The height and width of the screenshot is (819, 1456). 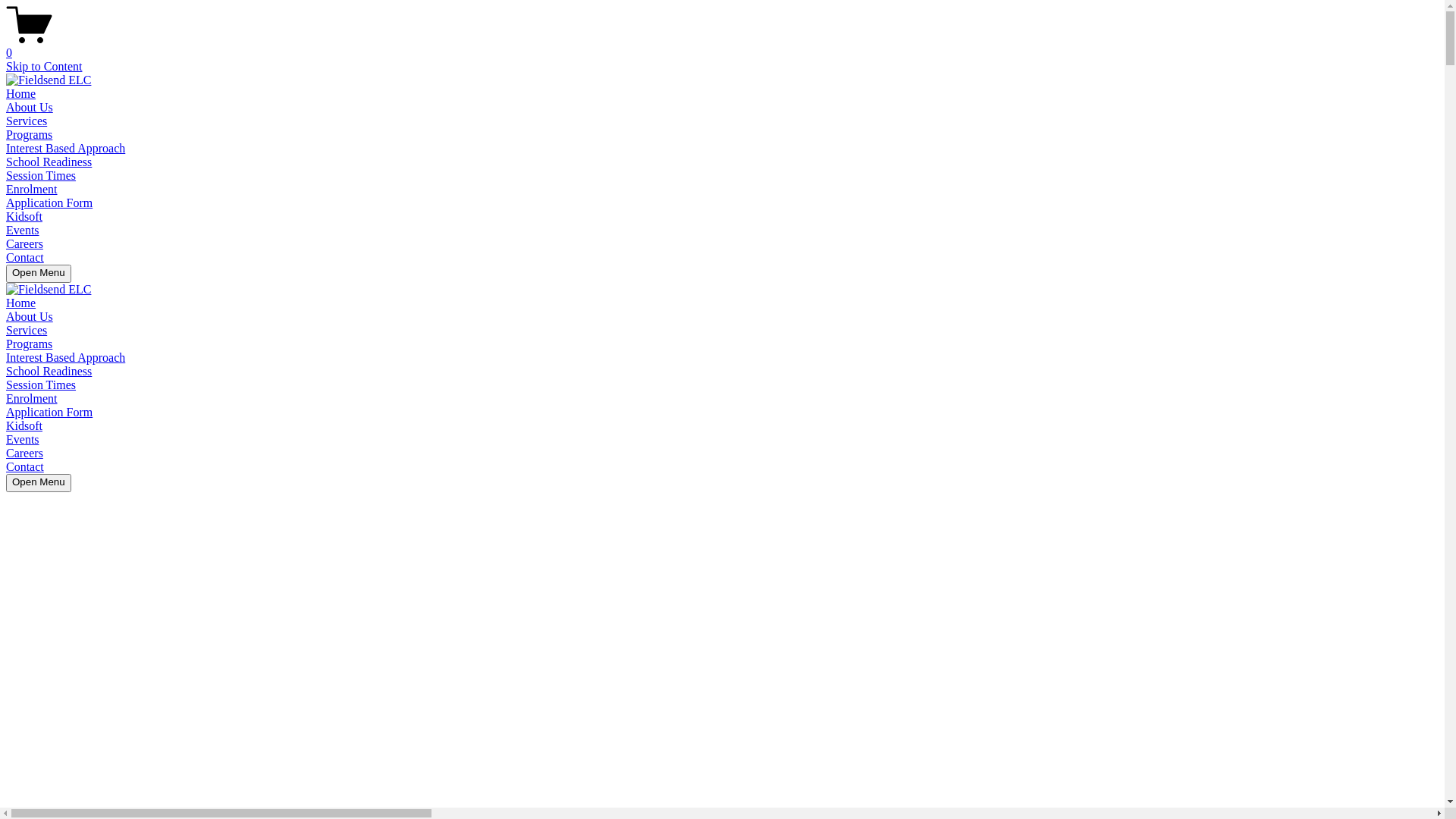 I want to click on 'Interest Based Approach', so click(x=64, y=357).